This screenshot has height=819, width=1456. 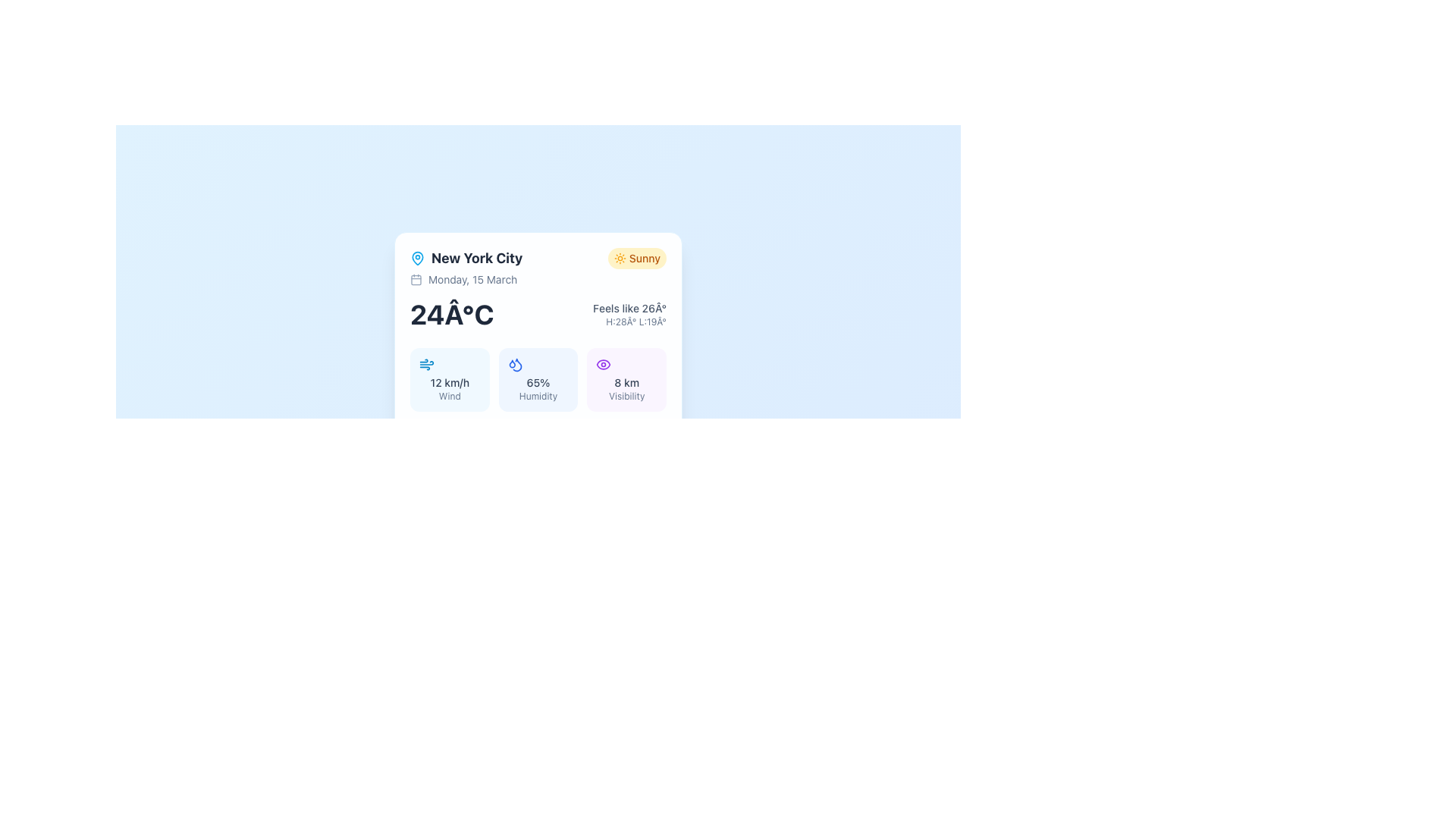 I want to click on the text label that provides additional context to the main temperature, positioned above the temperature display in the weather widget, so click(x=629, y=308).